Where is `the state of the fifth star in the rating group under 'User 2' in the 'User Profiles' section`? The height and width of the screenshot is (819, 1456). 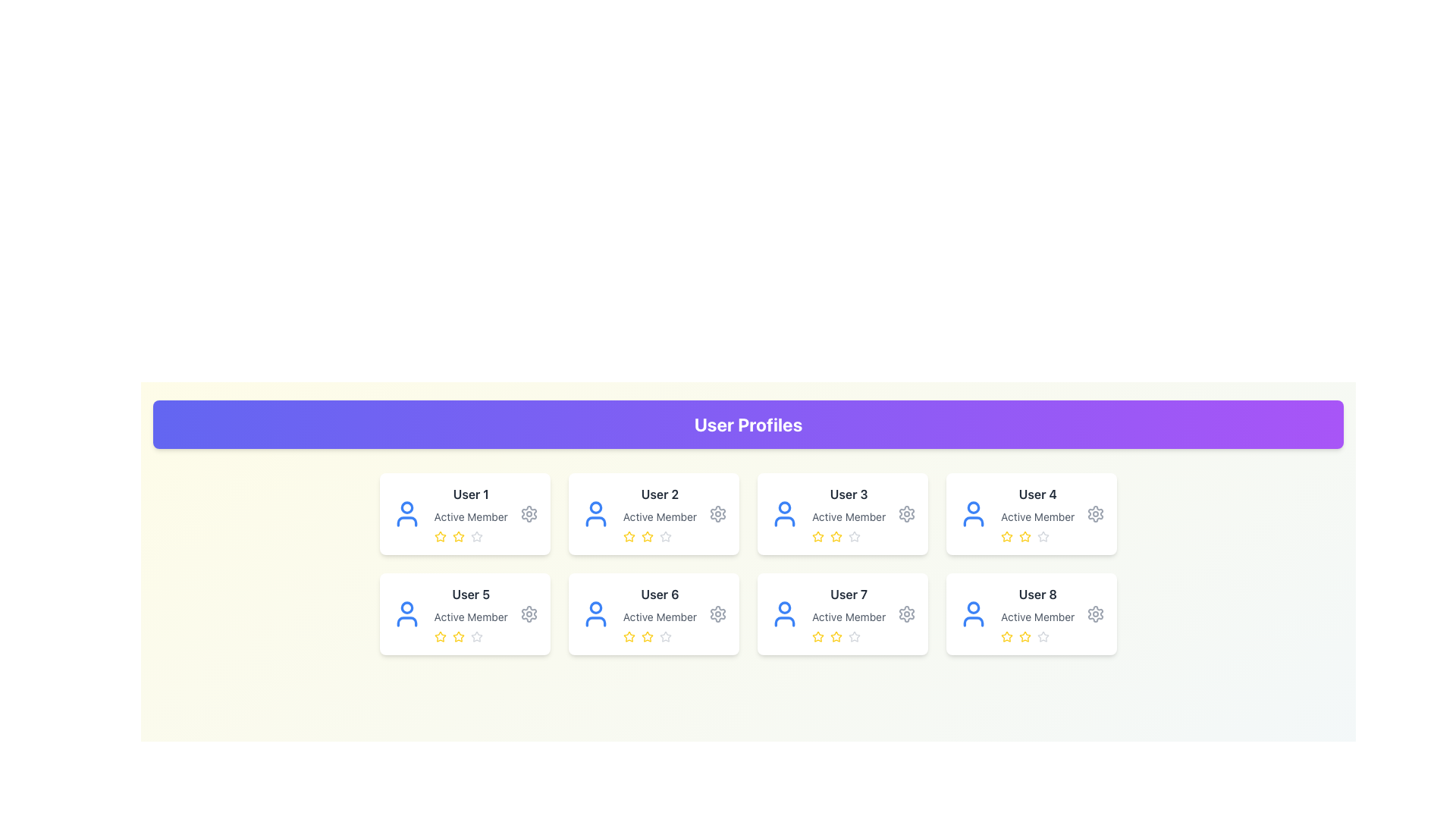 the state of the fifth star in the rating group under 'User 2' in the 'User Profiles' section is located at coordinates (665, 536).